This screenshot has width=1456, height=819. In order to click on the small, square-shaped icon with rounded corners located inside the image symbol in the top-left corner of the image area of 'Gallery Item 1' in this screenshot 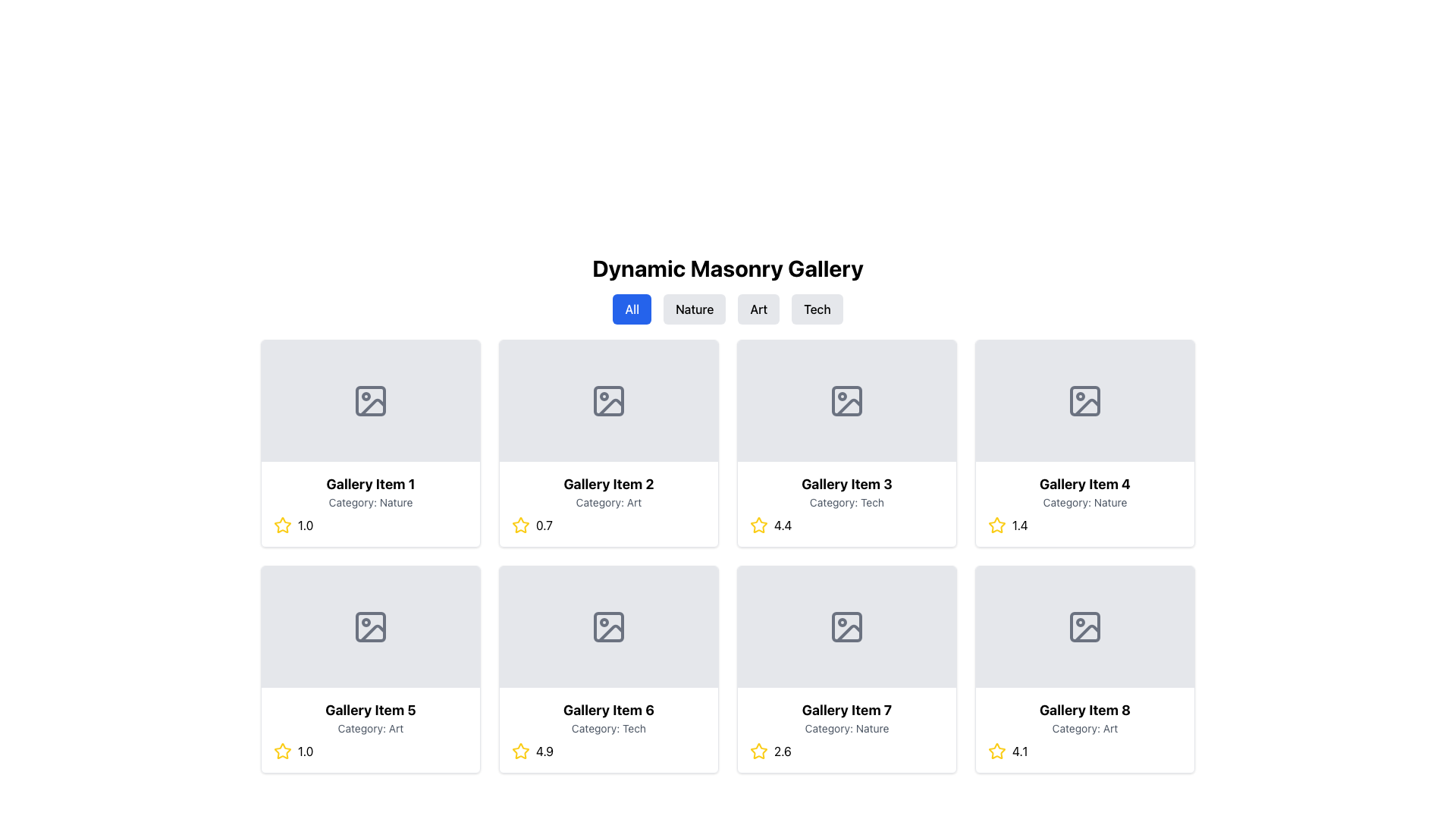, I will do `click(371, 400)`.